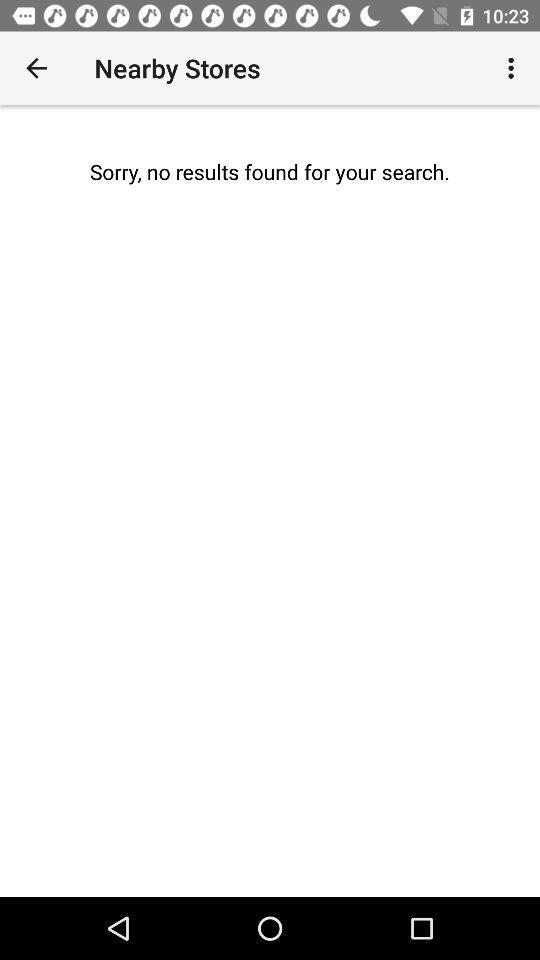 This screenshot has width=540, height=960. Describe the element at coordinates (513, 68) in the screenshot. I see `the item next to nearby stores icon` at that location.